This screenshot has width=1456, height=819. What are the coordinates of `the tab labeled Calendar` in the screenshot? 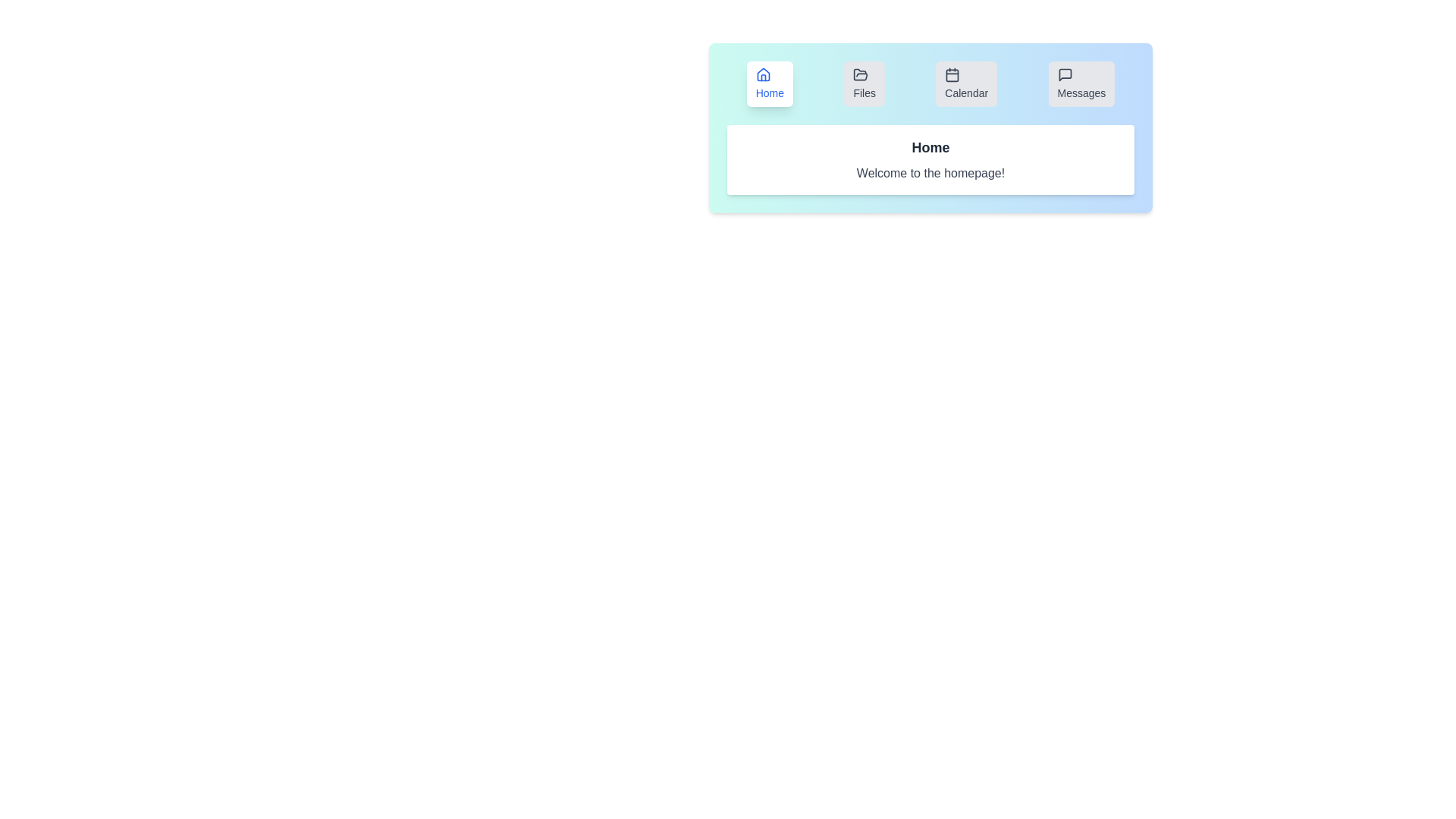 It's located at (965, 84).